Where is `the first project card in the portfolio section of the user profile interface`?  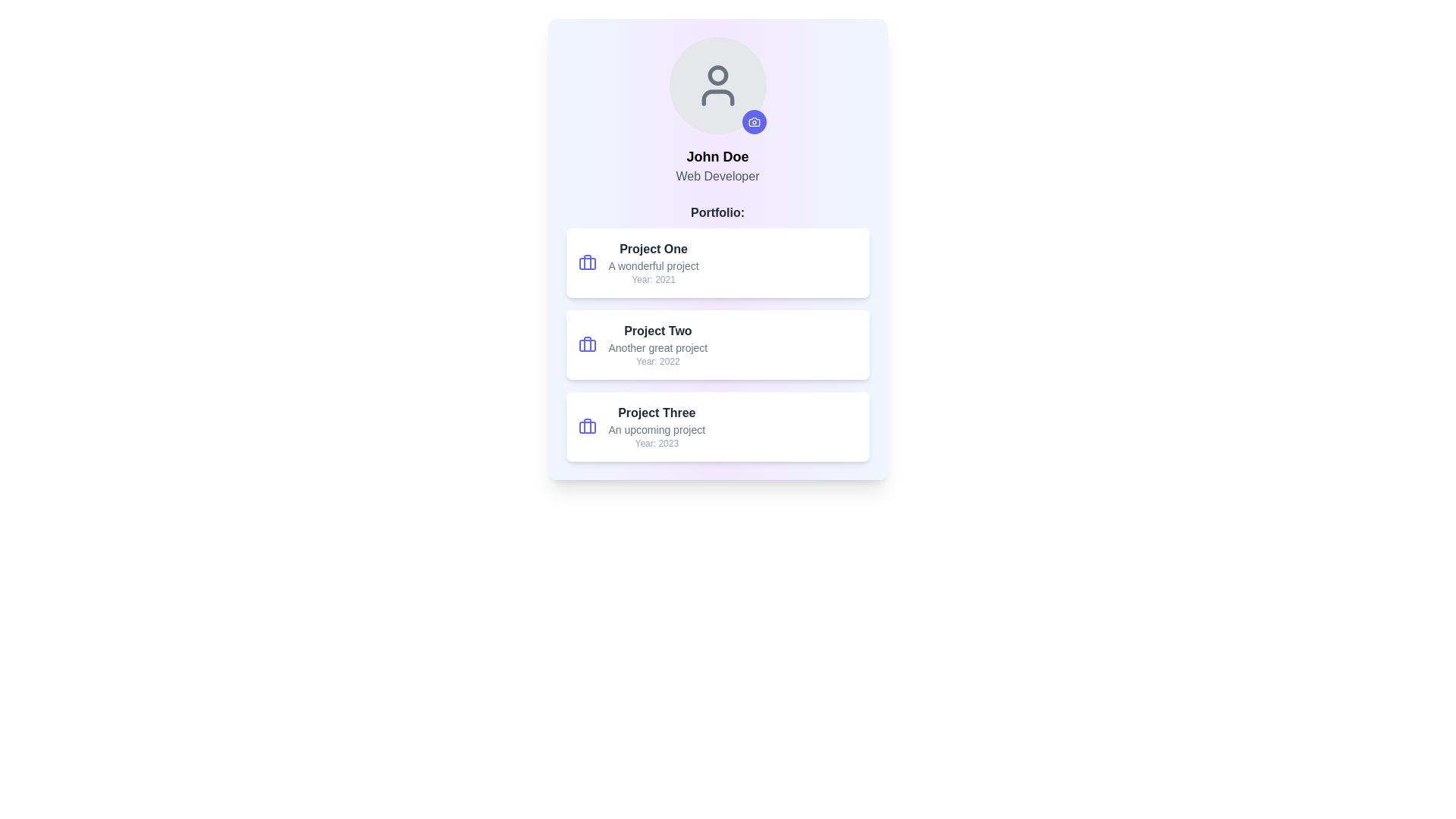 the first project card in the portfolio section of the user profile interface is located at coordinates (717, 262).